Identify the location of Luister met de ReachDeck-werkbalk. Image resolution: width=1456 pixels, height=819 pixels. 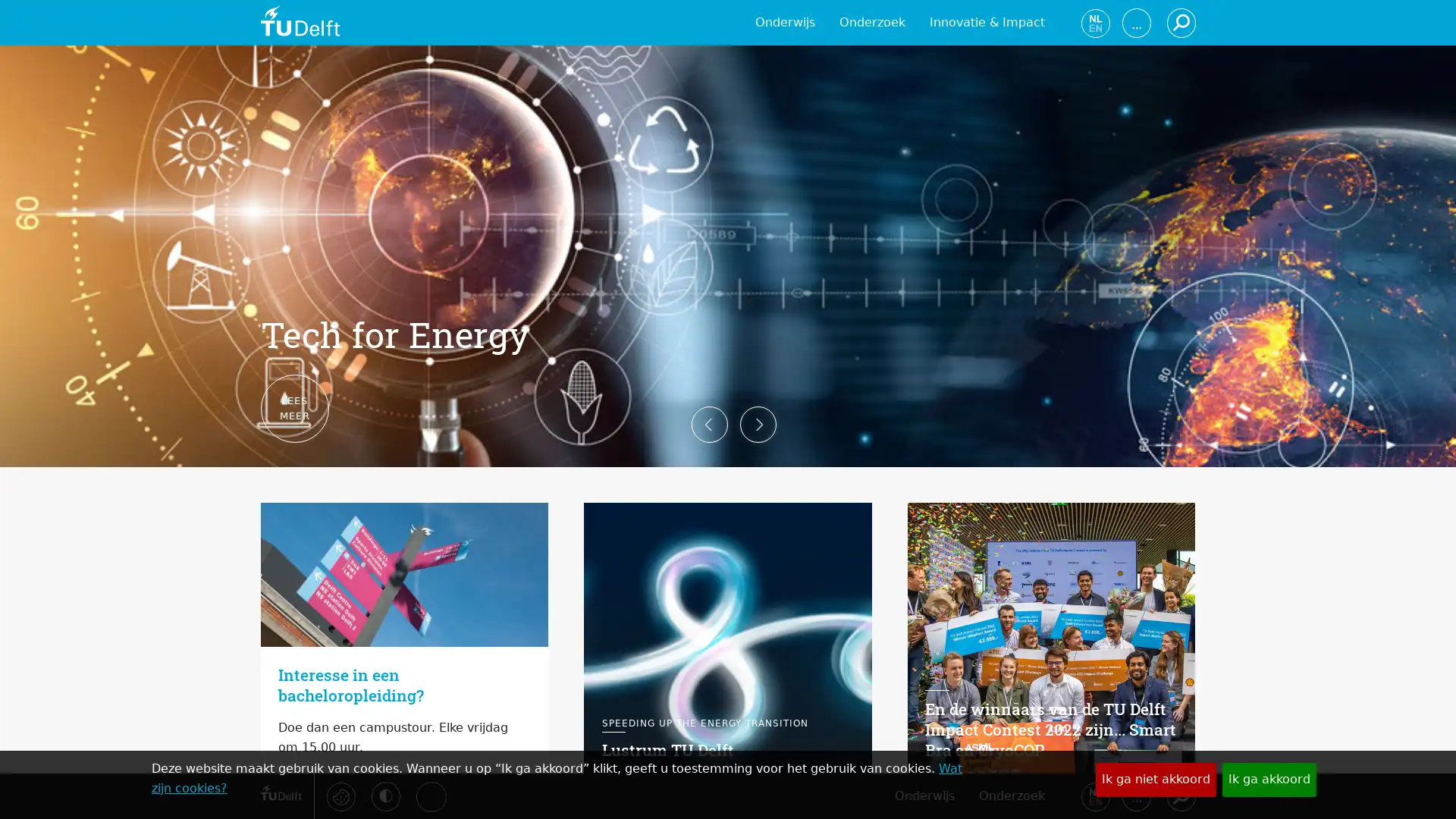
(429, 795).